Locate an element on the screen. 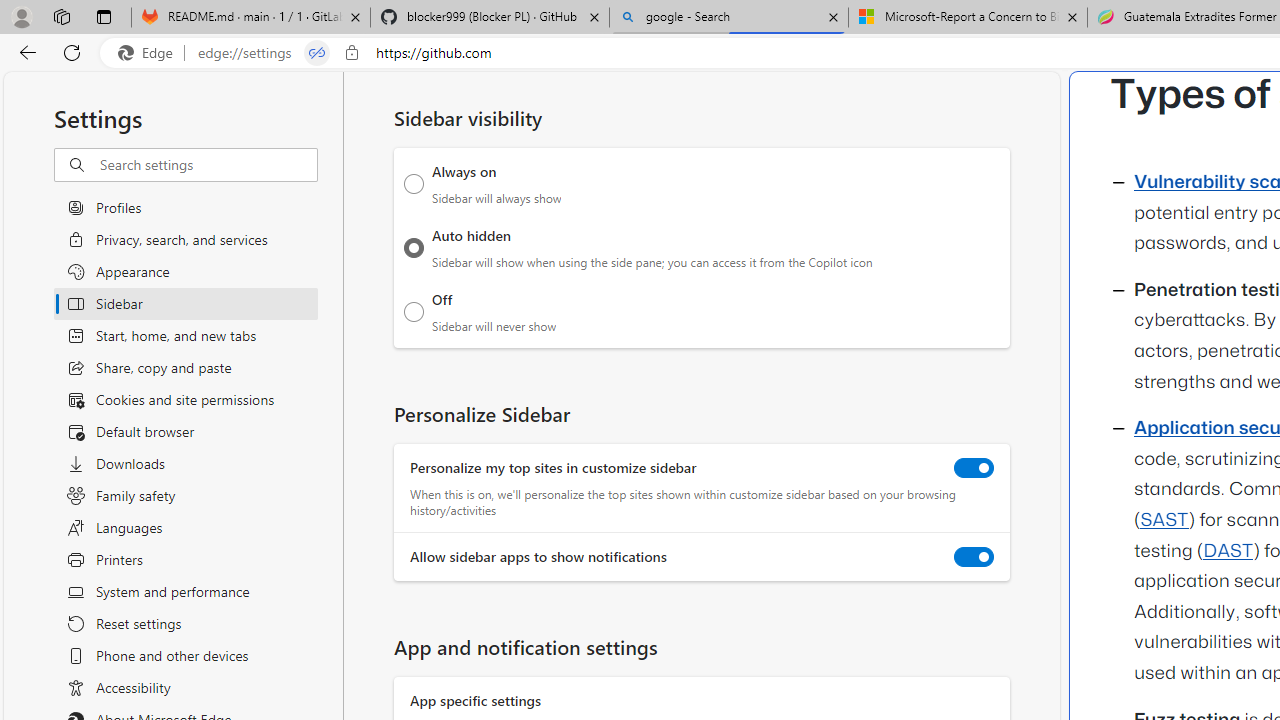  'Microsoft-Report a Concern to Bing' is located at coordinates (967, 17).